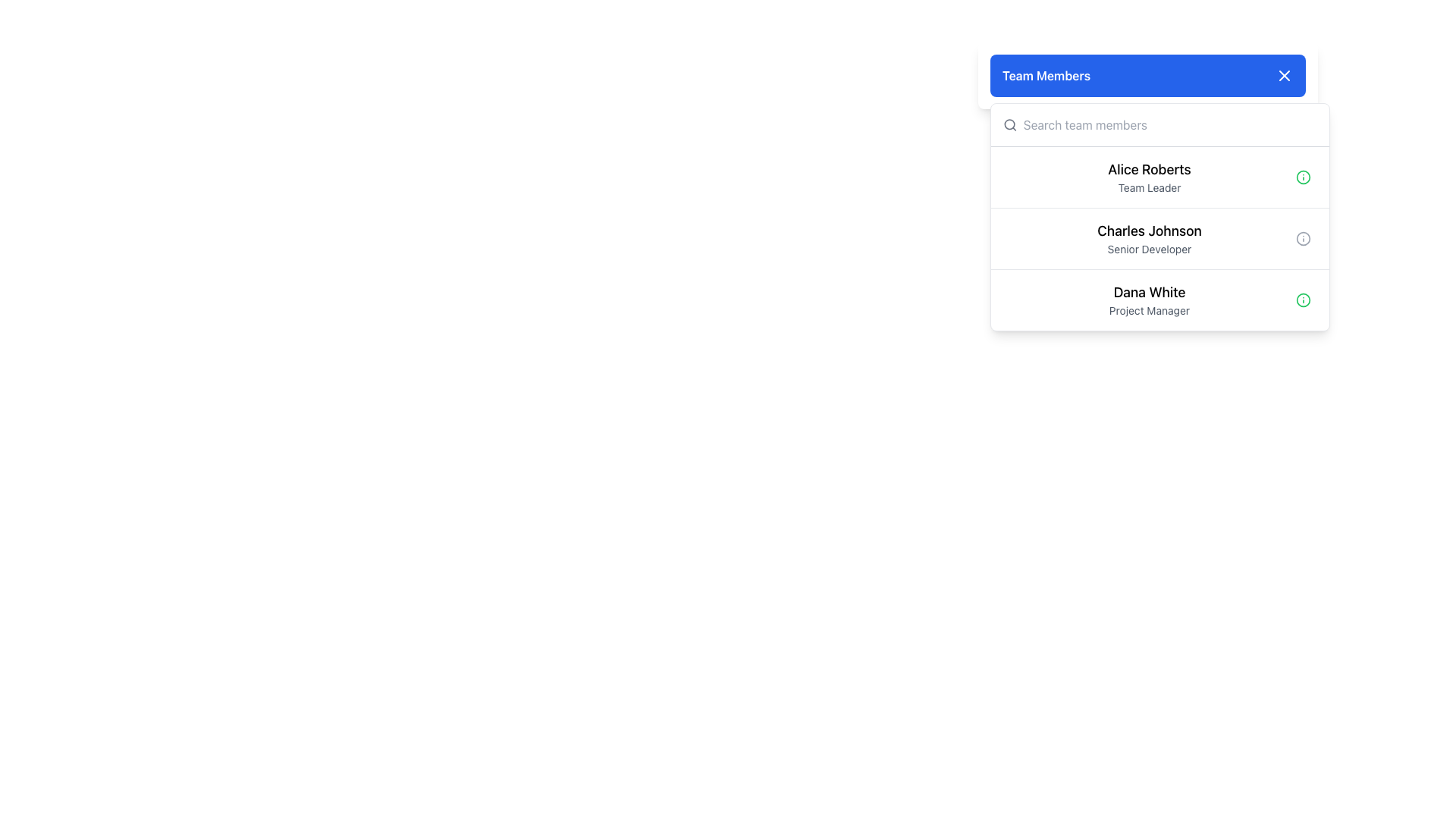  Describe the element at coordinates (1302, 239) in the screenshot. I see `the circular icon element located next to the name 'Charles Johnson' in the team members list within a modal interface` at that location.